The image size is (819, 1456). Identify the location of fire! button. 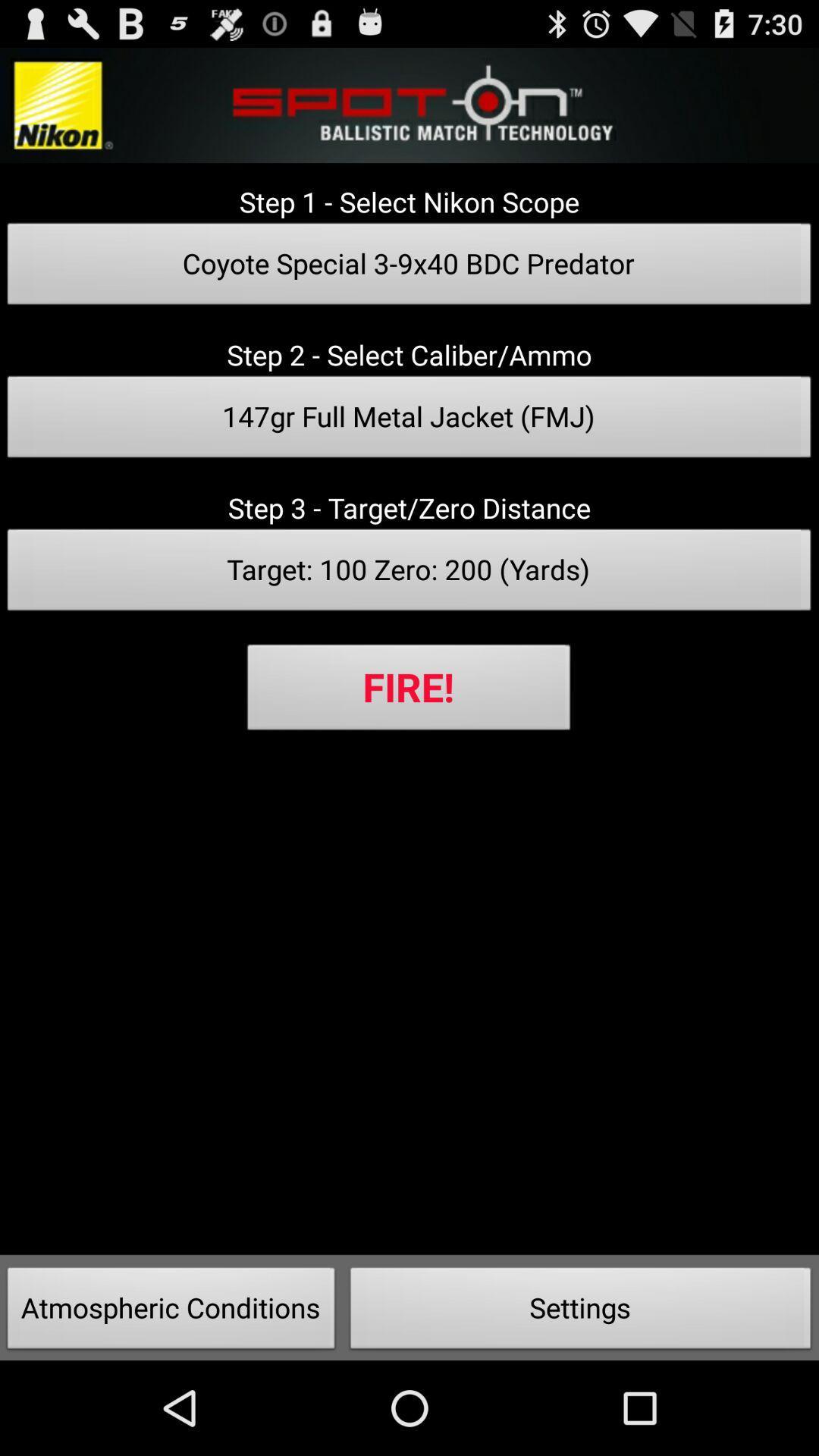
(408, 691).